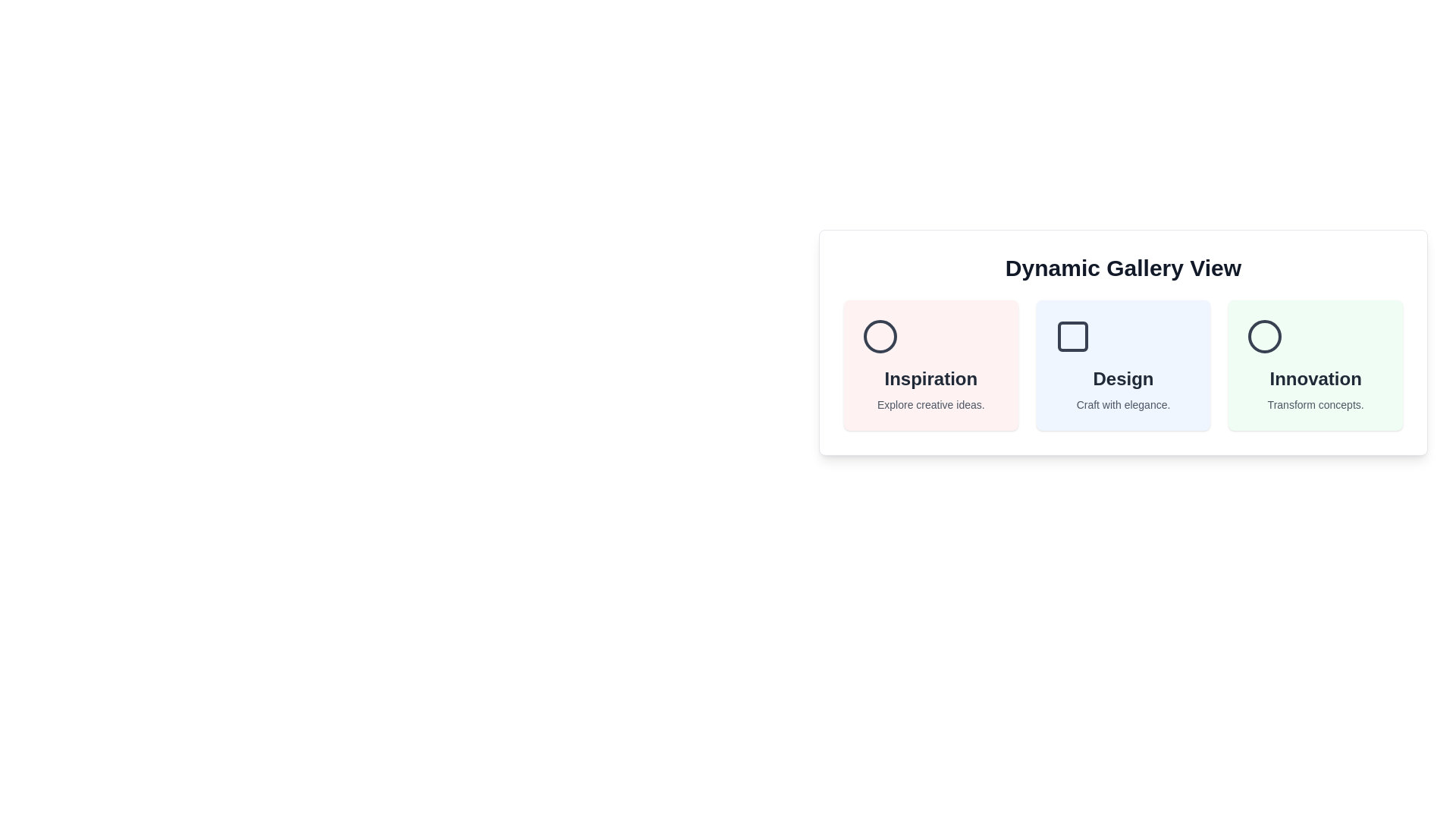 Image resolution: width=1456 pixels, height=819 pixels. I want to click on the Informative card representing the 'Design' concept, which is the second card in a series of three, located between 'Inspiration' and 'Innovation', so click(1123, 366).